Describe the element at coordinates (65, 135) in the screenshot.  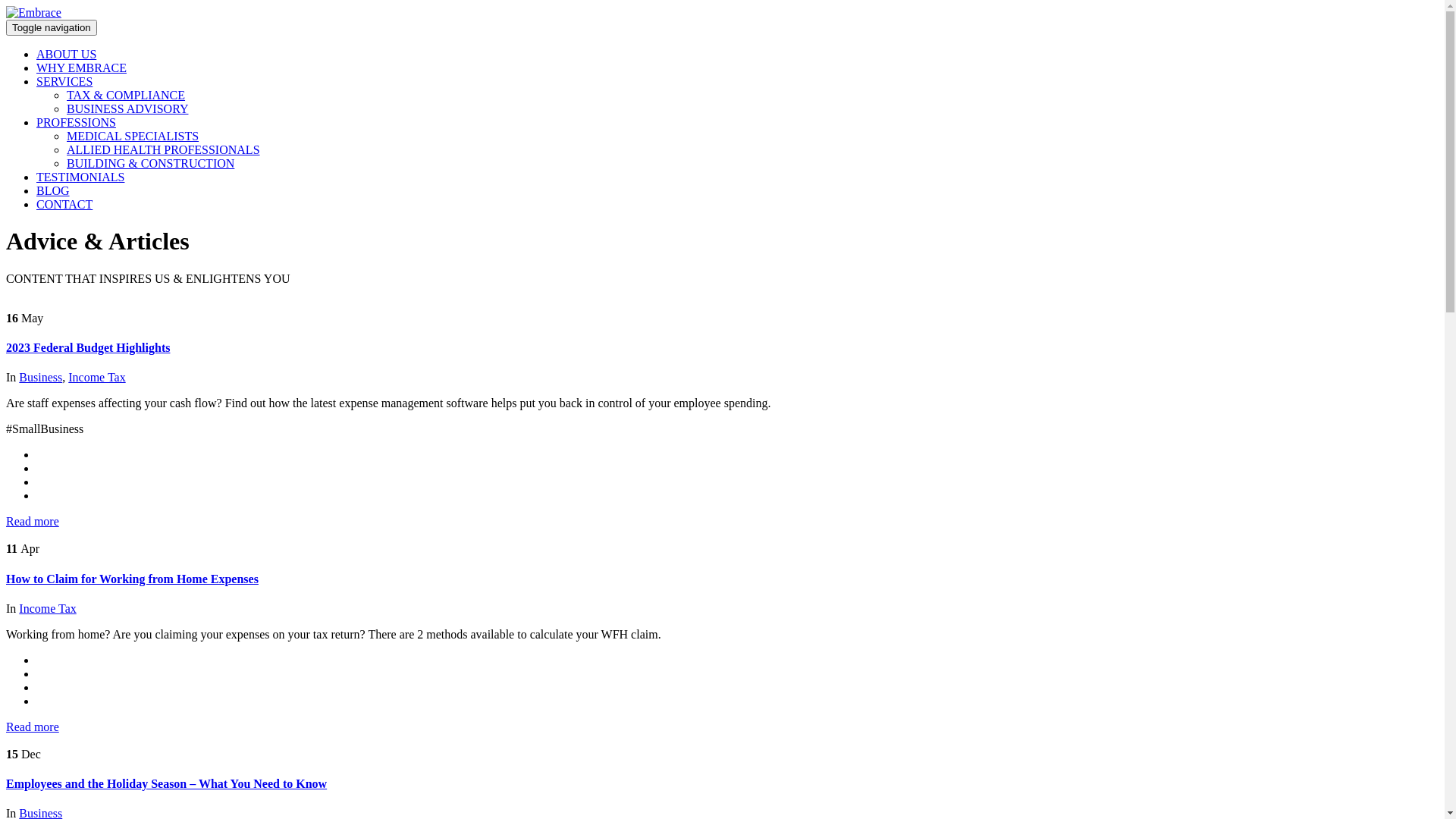
I see `'MEDICAL SPECIALISTS'` at that location.